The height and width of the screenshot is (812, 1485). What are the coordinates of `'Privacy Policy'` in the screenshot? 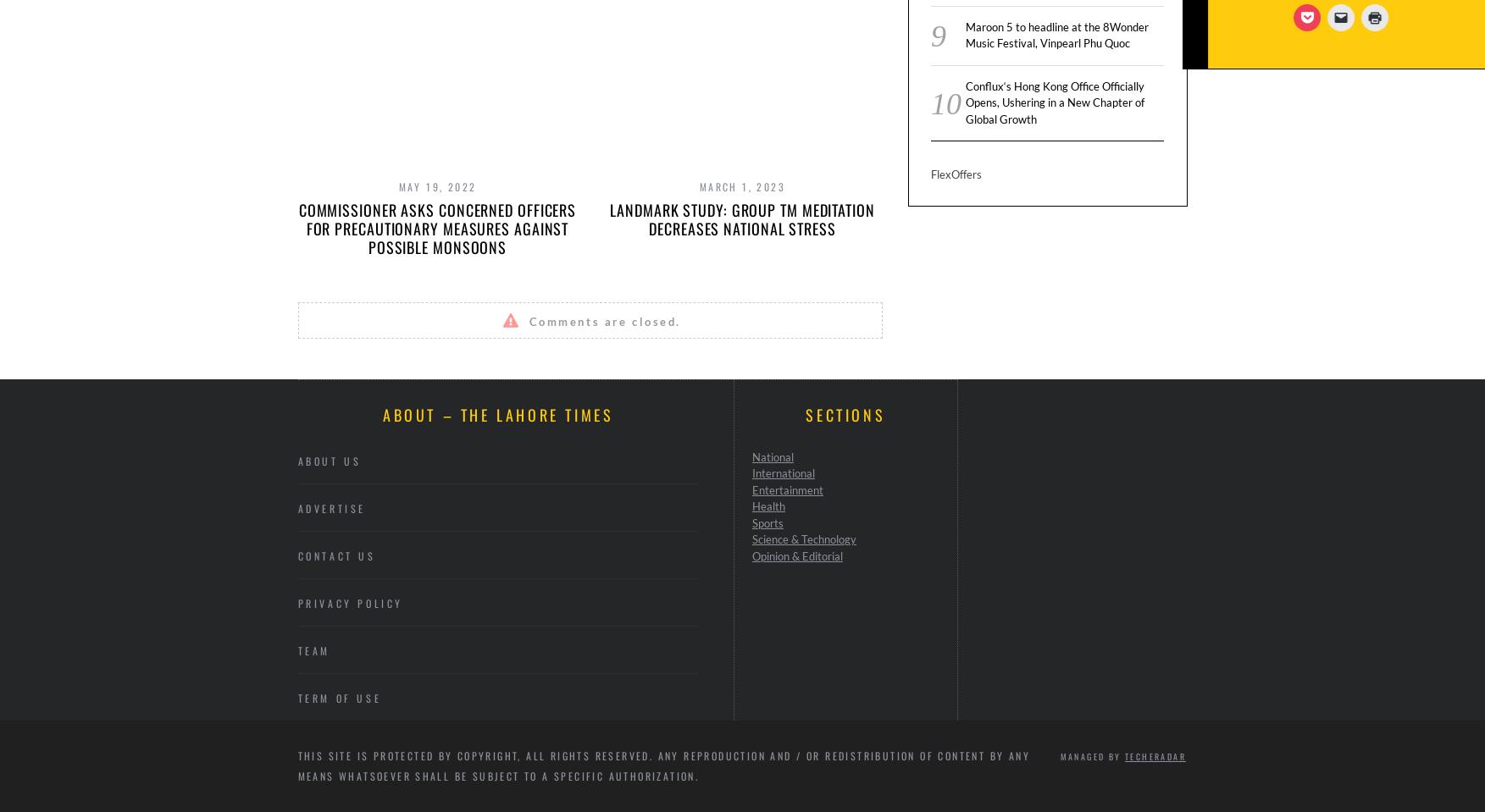 It's located at (349, 601).